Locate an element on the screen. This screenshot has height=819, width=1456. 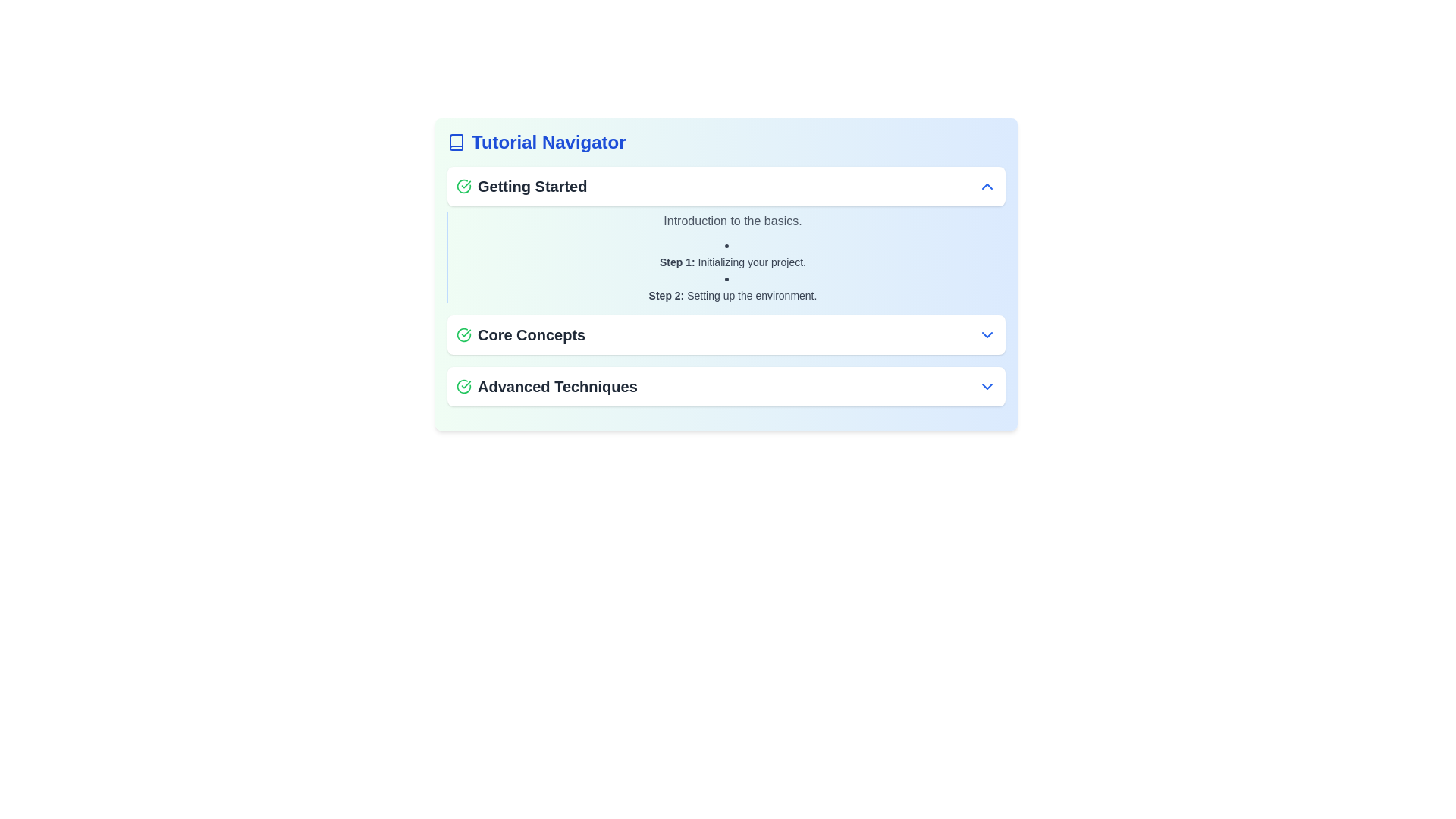
the text element that reads 'Step 2: Setting up the environment.' which is visually distinct with bold styling on 'Step 2:' and is part of the tutorial navigator is located at coordinates (733, 295).